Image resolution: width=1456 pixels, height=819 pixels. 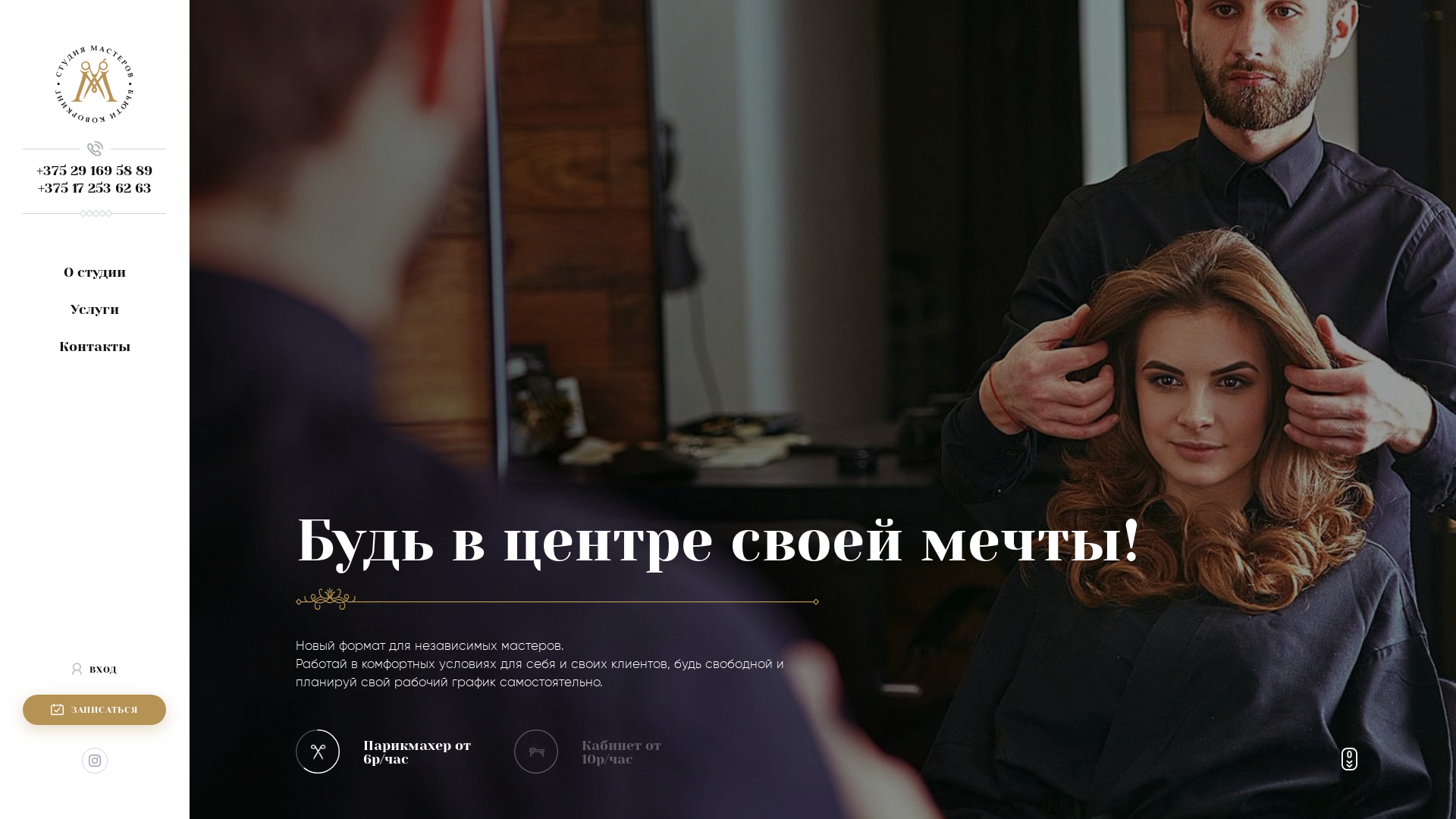 What do you see at coordinates (93, 187) in the screenshot?
I see `'+375 17 253 62 63'` at bounding box center [93, 187].